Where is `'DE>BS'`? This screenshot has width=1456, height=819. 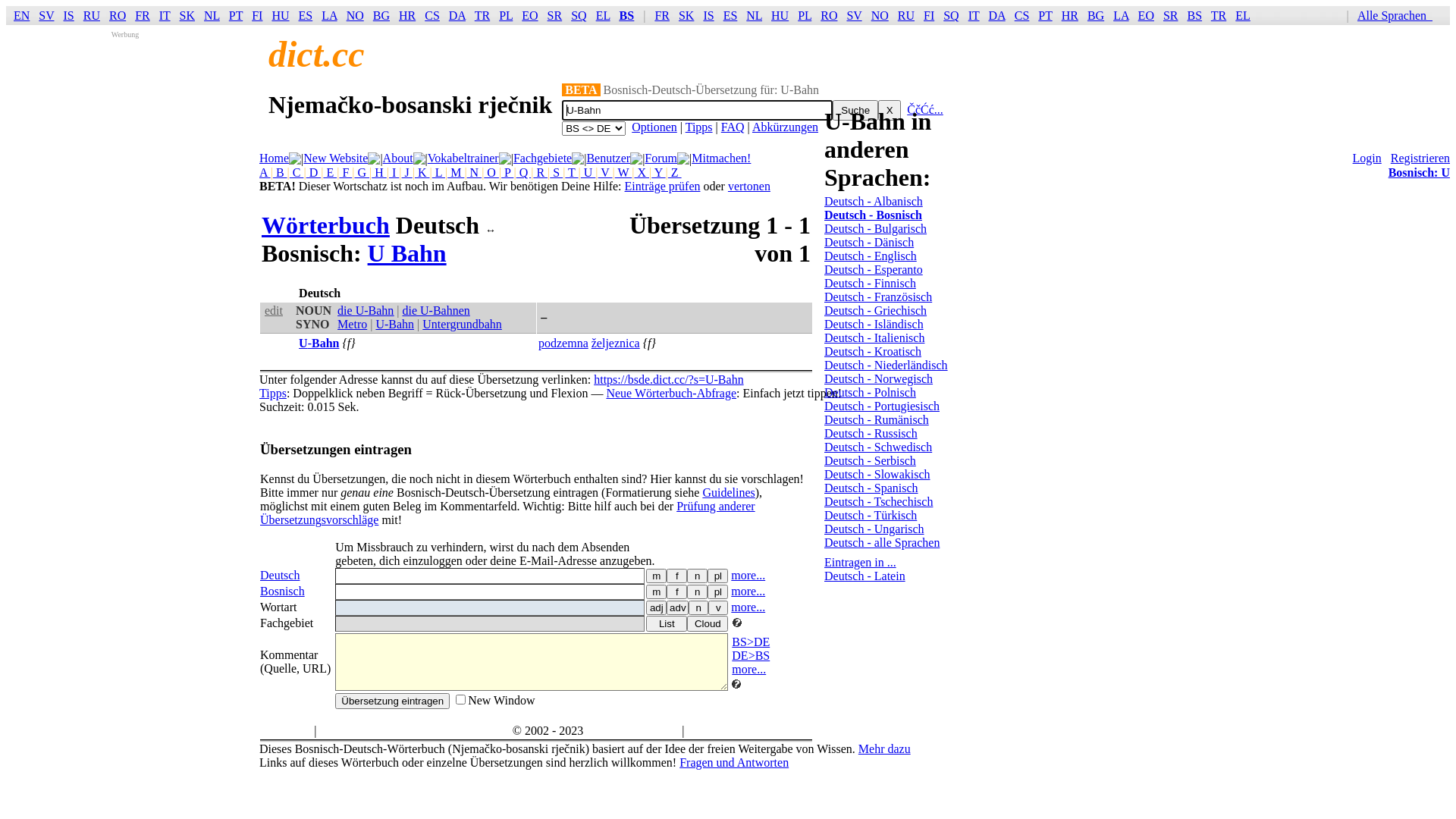 'DE>BS' is located at coordinates (750, 654).